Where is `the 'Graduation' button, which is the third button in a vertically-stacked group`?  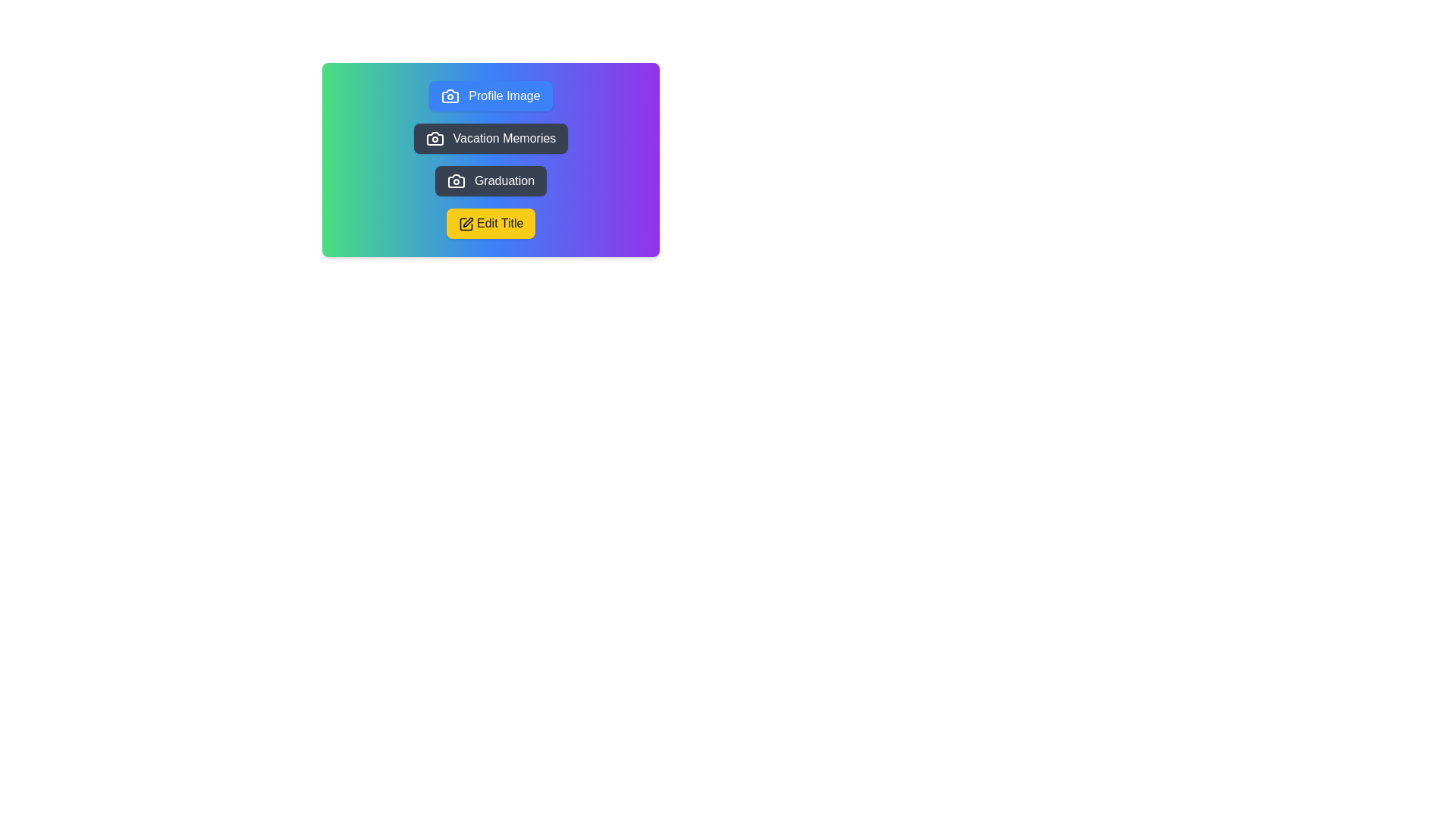
the 'Graduation' button, which is the third button in a vertically-stacked group is located at coordinates (491, 180).